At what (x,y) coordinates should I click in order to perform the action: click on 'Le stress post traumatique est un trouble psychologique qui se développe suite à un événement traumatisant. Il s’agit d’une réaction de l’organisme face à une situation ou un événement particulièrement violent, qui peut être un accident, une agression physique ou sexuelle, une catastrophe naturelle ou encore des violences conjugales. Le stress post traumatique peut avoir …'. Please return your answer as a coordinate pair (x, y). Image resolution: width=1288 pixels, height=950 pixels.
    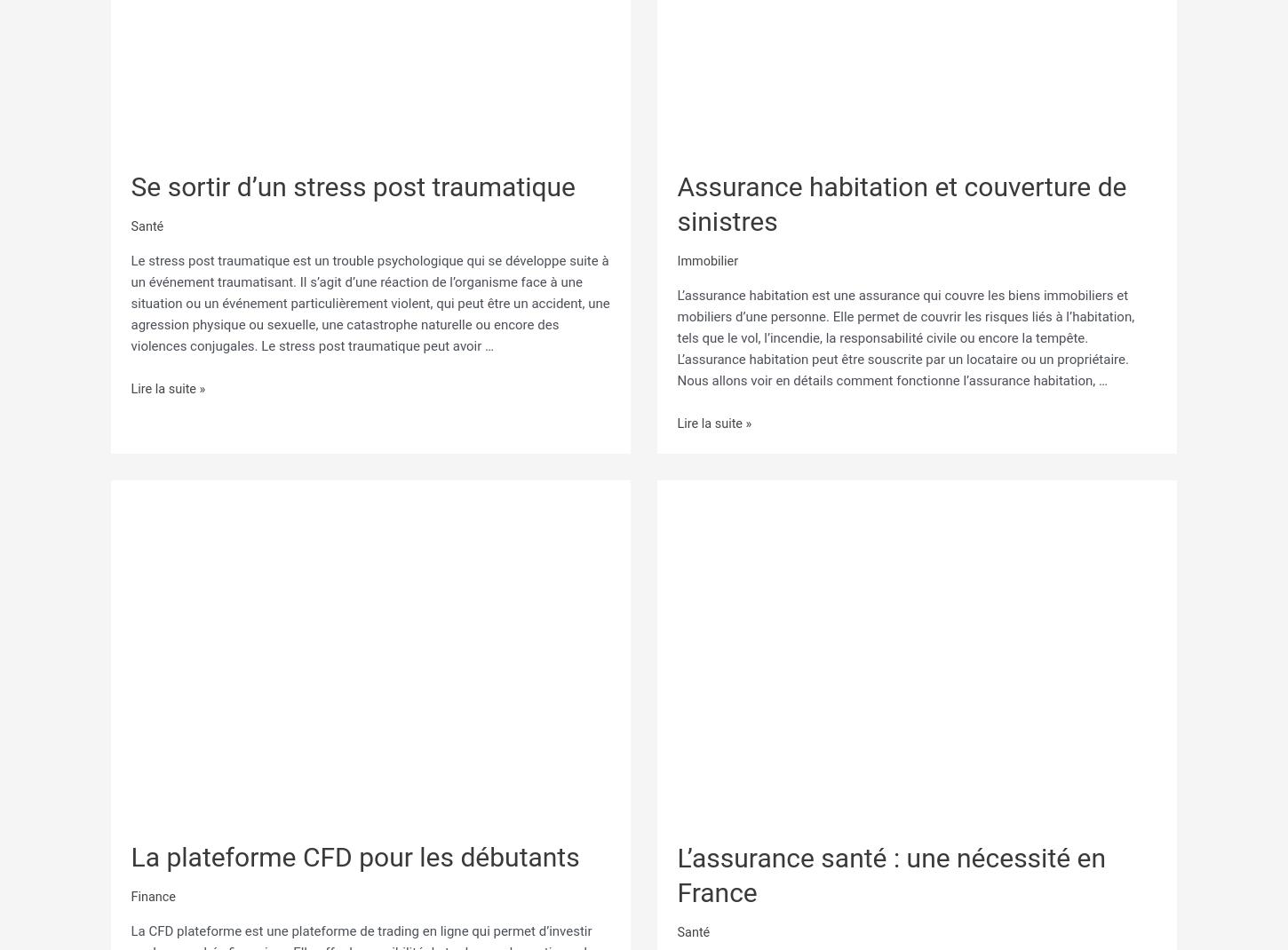
    Looking at the image, I should click on (369, 302).